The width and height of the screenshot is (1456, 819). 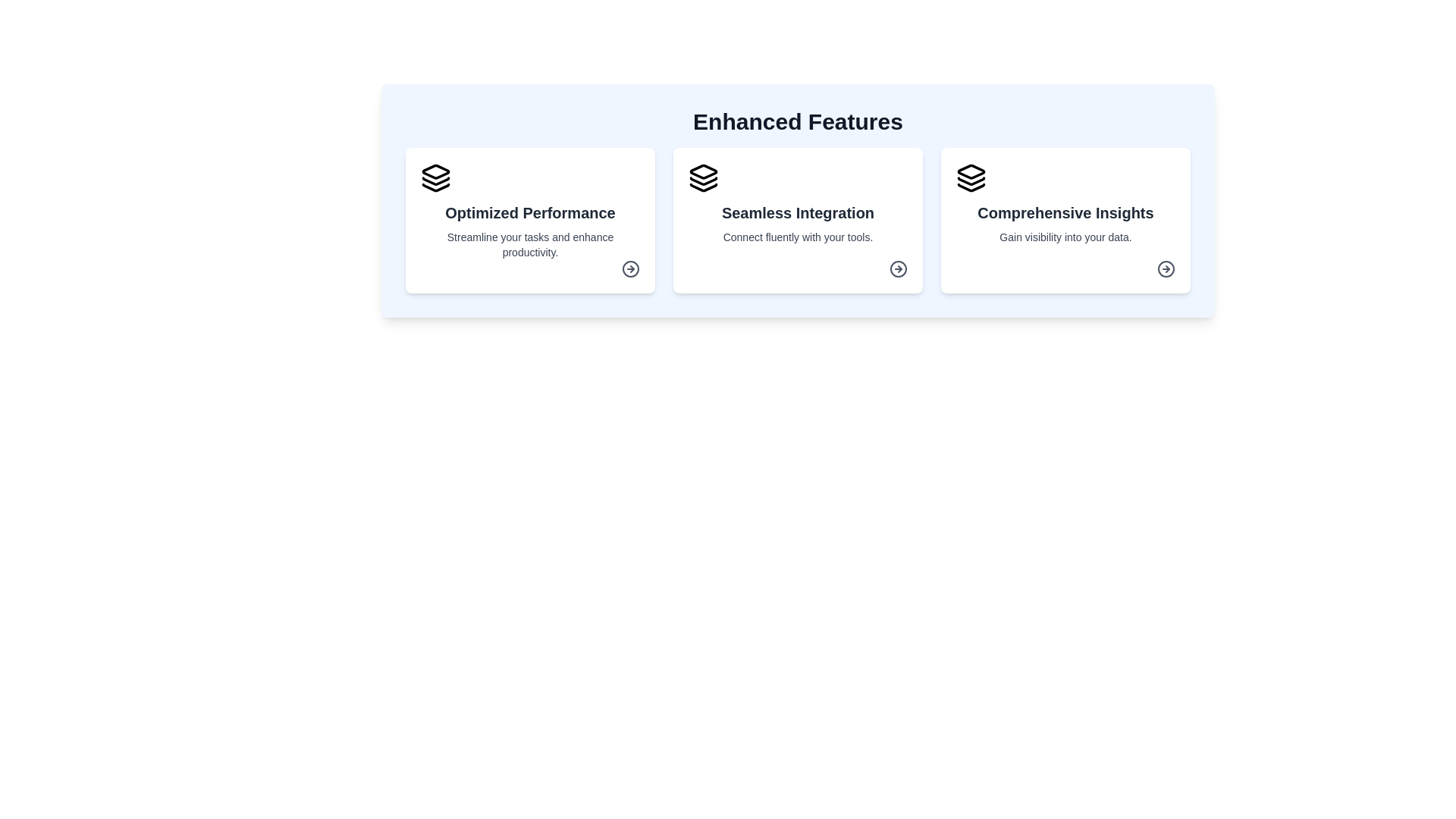 What do you see at coordinates (435, 177) in the screenshot?
I see `the stacked elements icon located at the top-left corner of the card titled 'Optimized Performance', which is positioned directly above the card's text content` at bounding box center [435, 177].